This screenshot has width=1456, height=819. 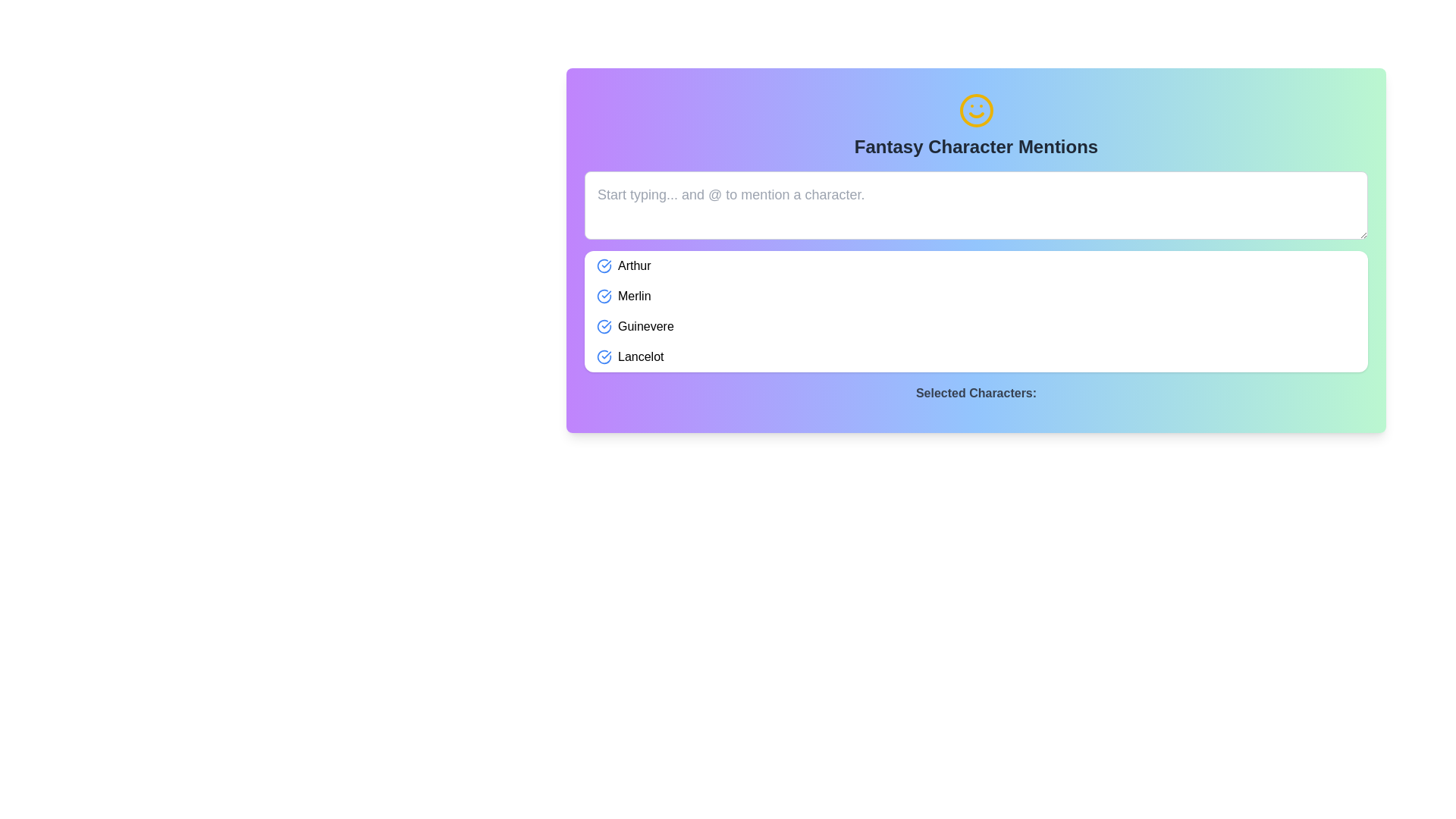 I want to click on the circular smiley face icon with a golden-yellow outline located in the header section above the text 'Fantasy Character Mentions', so click(x=976, y=110).